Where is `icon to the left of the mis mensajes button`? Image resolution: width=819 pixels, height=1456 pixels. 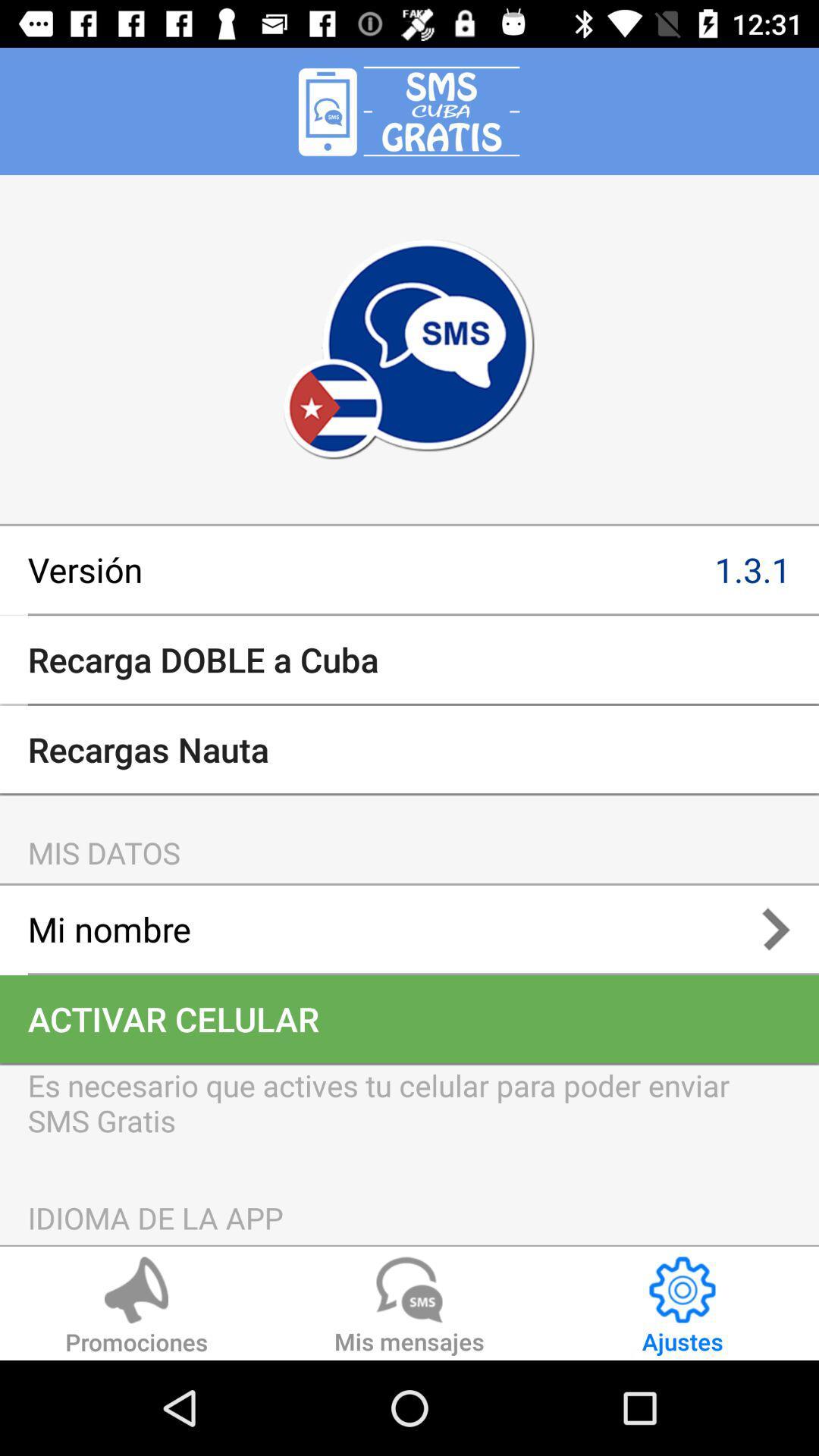
icon to the left of the mis mensajes button is located at coordinates (136, 1307).